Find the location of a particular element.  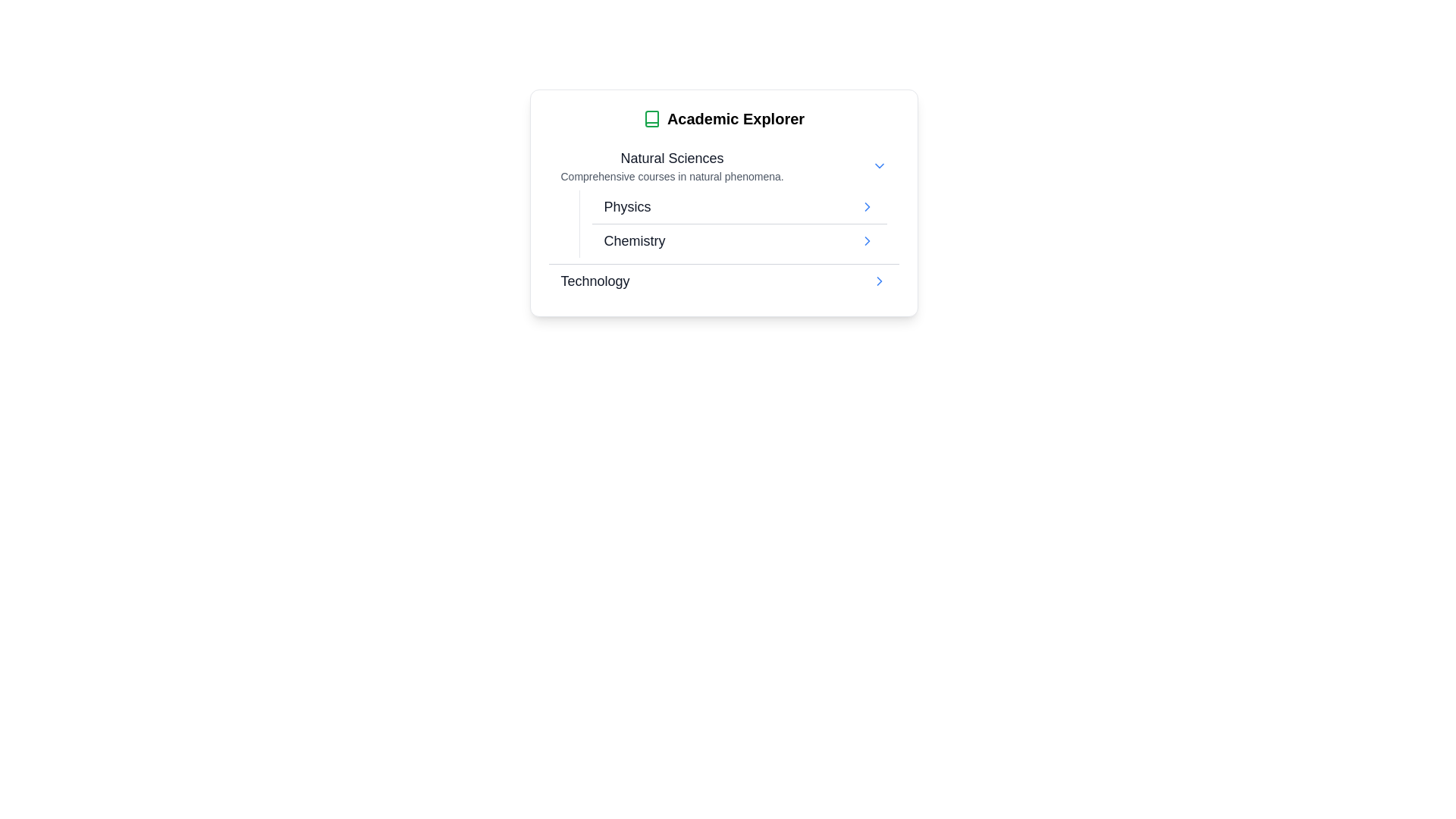

the chevron icon located to the far right of the 'Technology' text label is located at coordinates (879, 281).